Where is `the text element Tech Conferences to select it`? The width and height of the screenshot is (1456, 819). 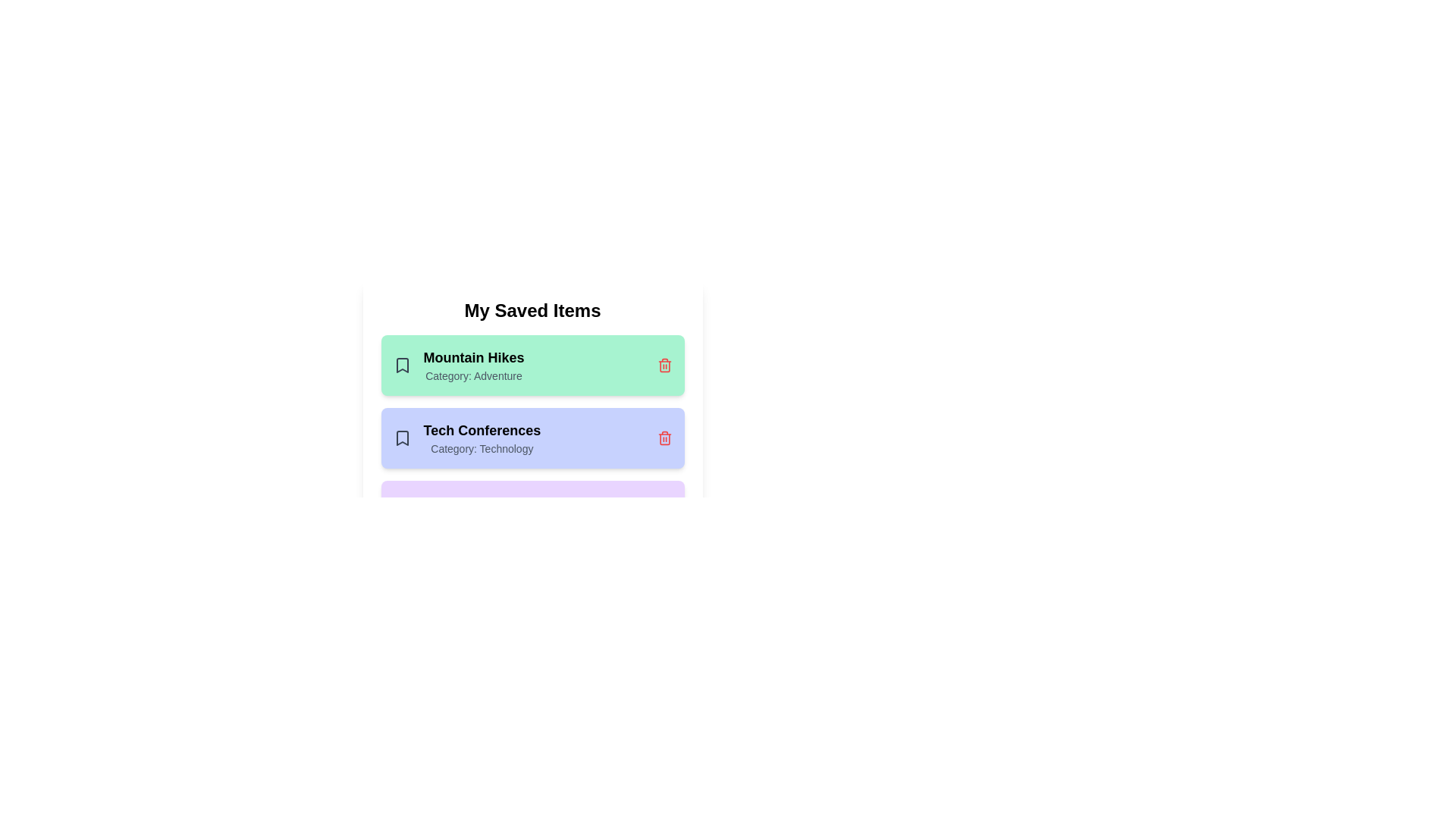
the text element Tech Conferences to select it is located at coordinates (480, 430).